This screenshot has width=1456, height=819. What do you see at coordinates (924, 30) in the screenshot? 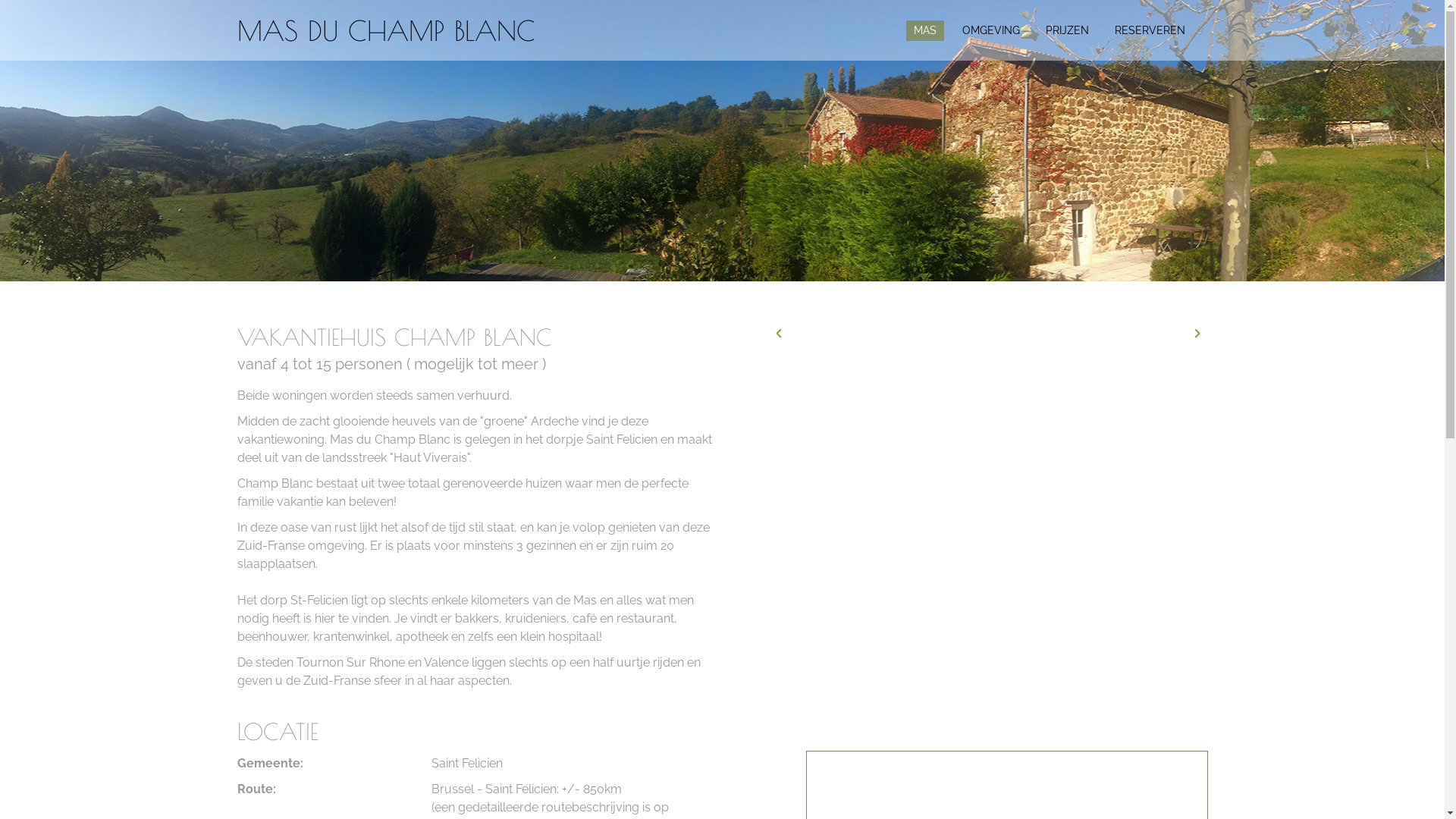
I see `'MAS'` at bounding box center [924, 30].